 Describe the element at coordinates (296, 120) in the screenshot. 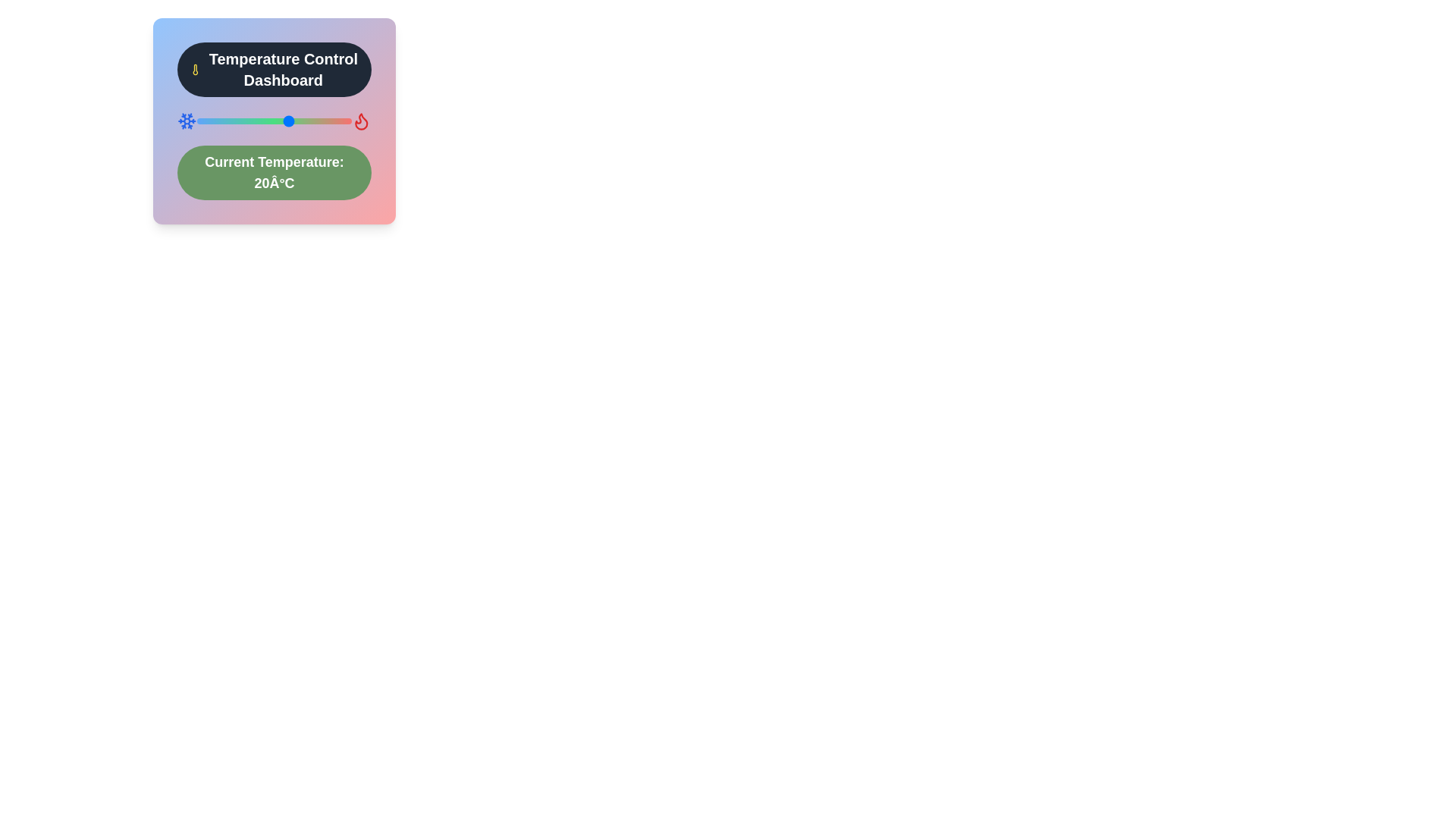

I see `the temperature slider to set the temperature to 22 degrees` at that location.